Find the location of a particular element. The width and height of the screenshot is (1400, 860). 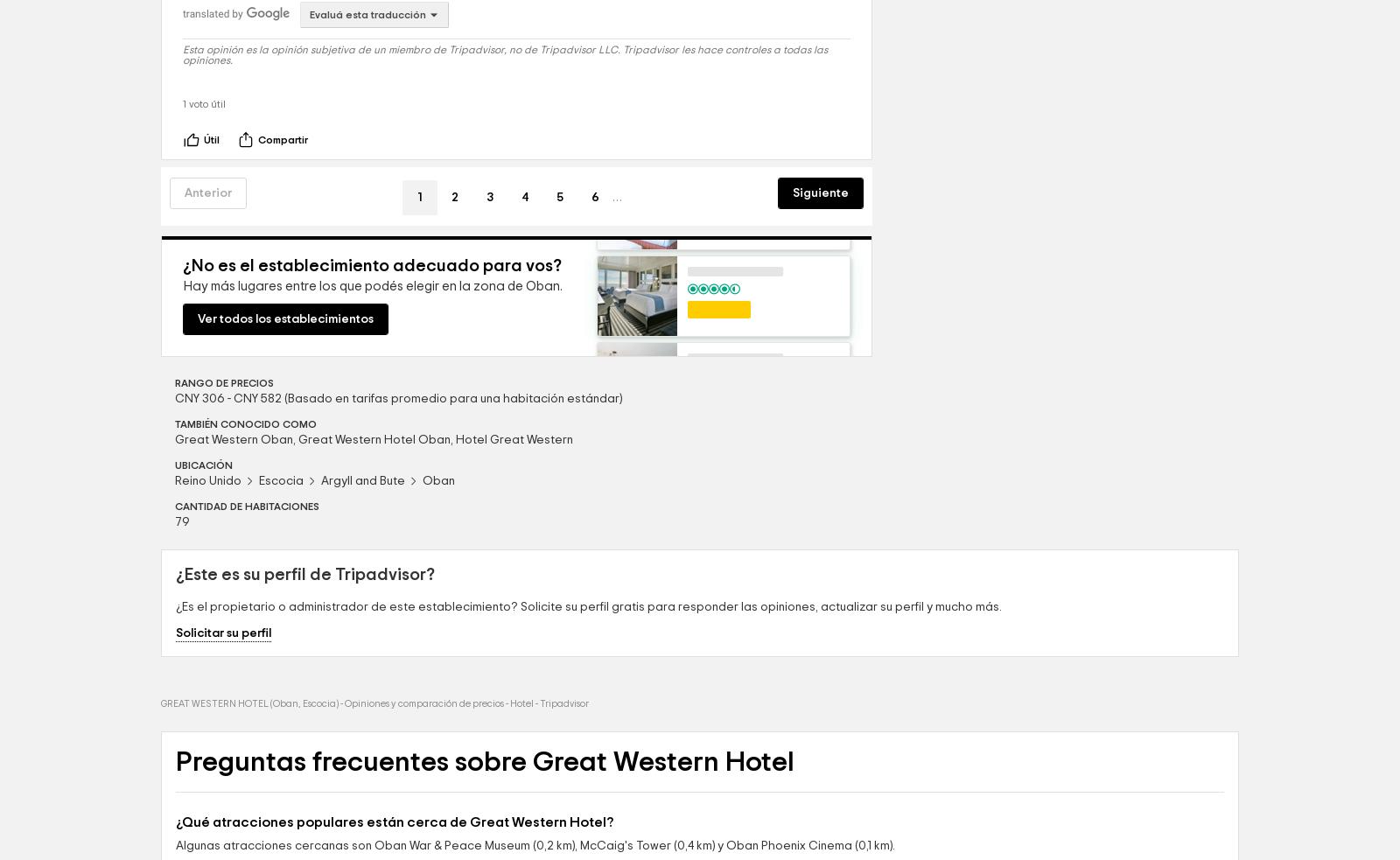

'Ver todos los establecimientos' is located at coordinates (285, 440).